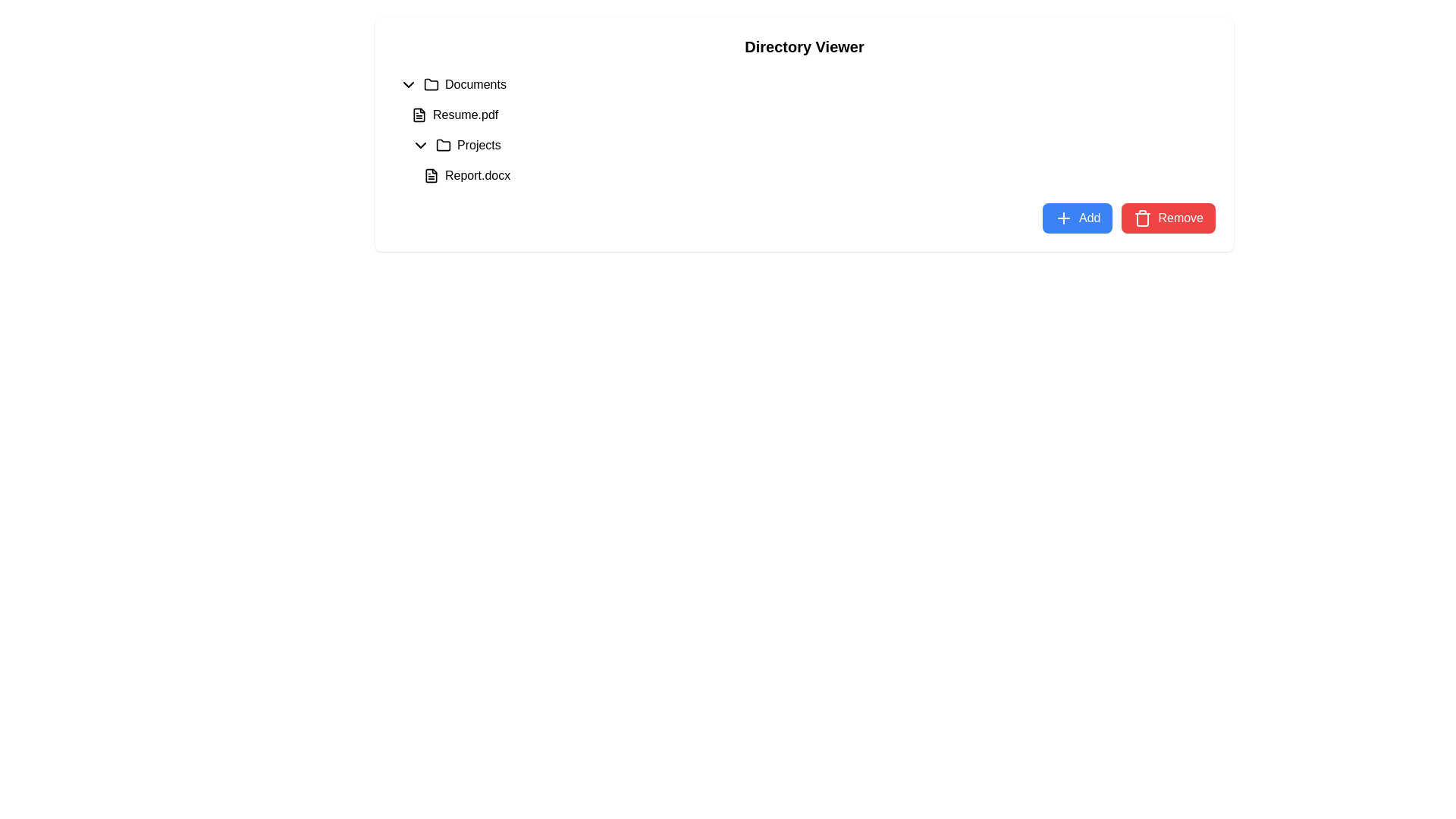  I want to click on the 'Documents' text label, which is part of a collapsible menu located to the right of the folder icon in the top-left corner of the interface, so click(475, 84).